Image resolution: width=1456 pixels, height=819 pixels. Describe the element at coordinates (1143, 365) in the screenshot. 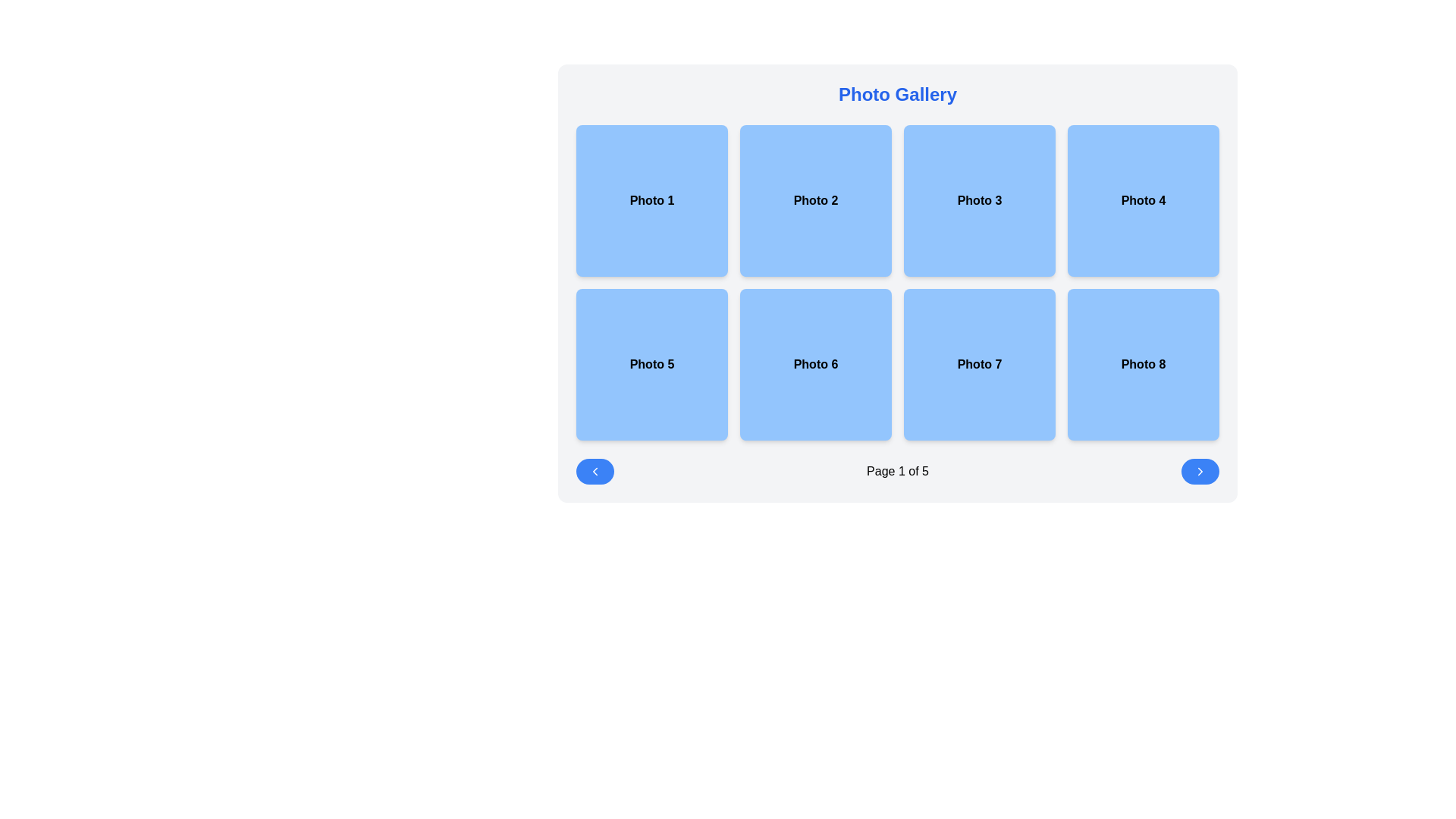

I see `the blue tile with rounded borders and the text 'Photo 8' located in the bottom-right corner of the grid` at that location.